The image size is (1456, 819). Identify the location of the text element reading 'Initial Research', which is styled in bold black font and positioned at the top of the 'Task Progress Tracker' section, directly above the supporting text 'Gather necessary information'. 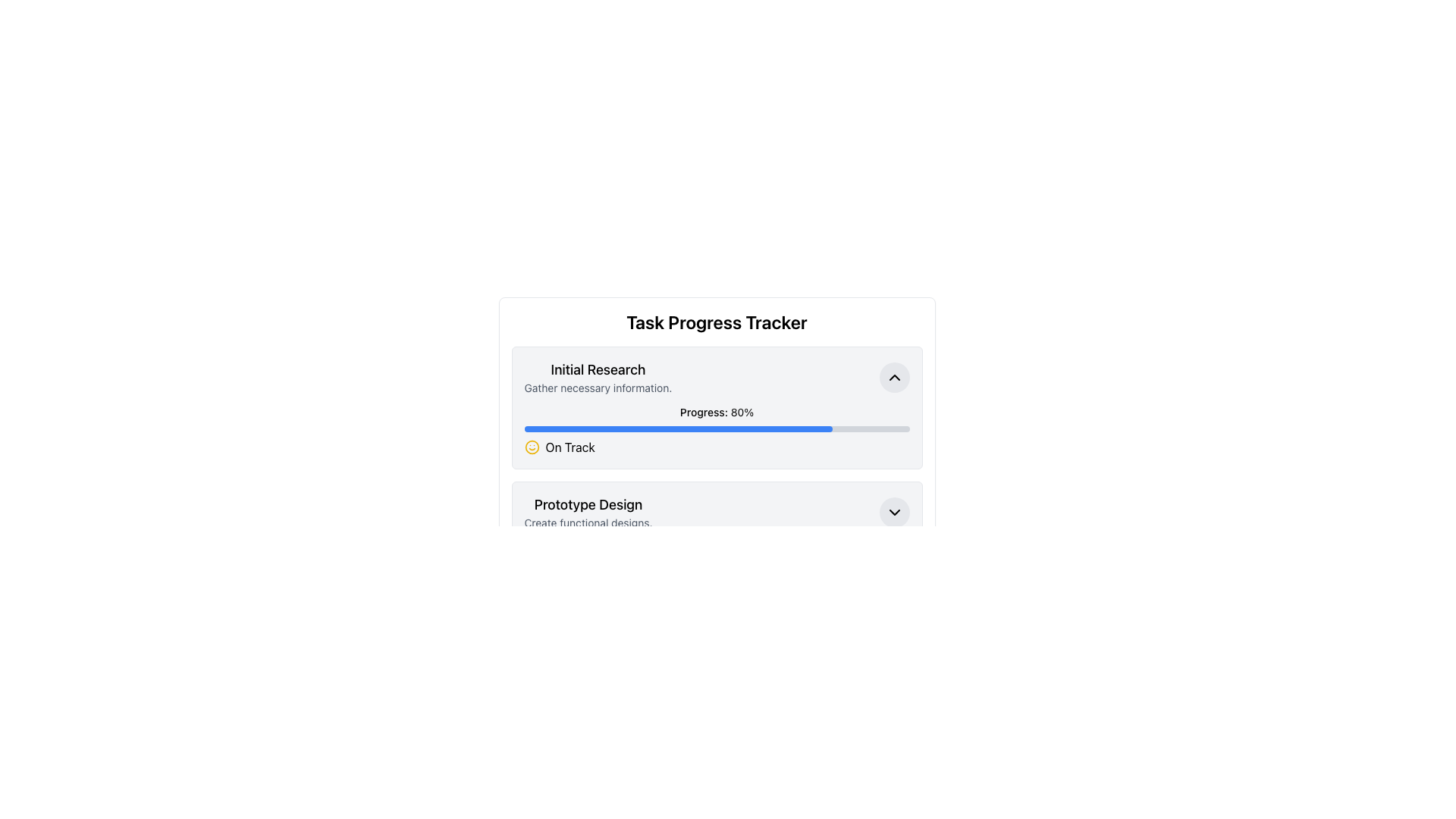
(597, 370).